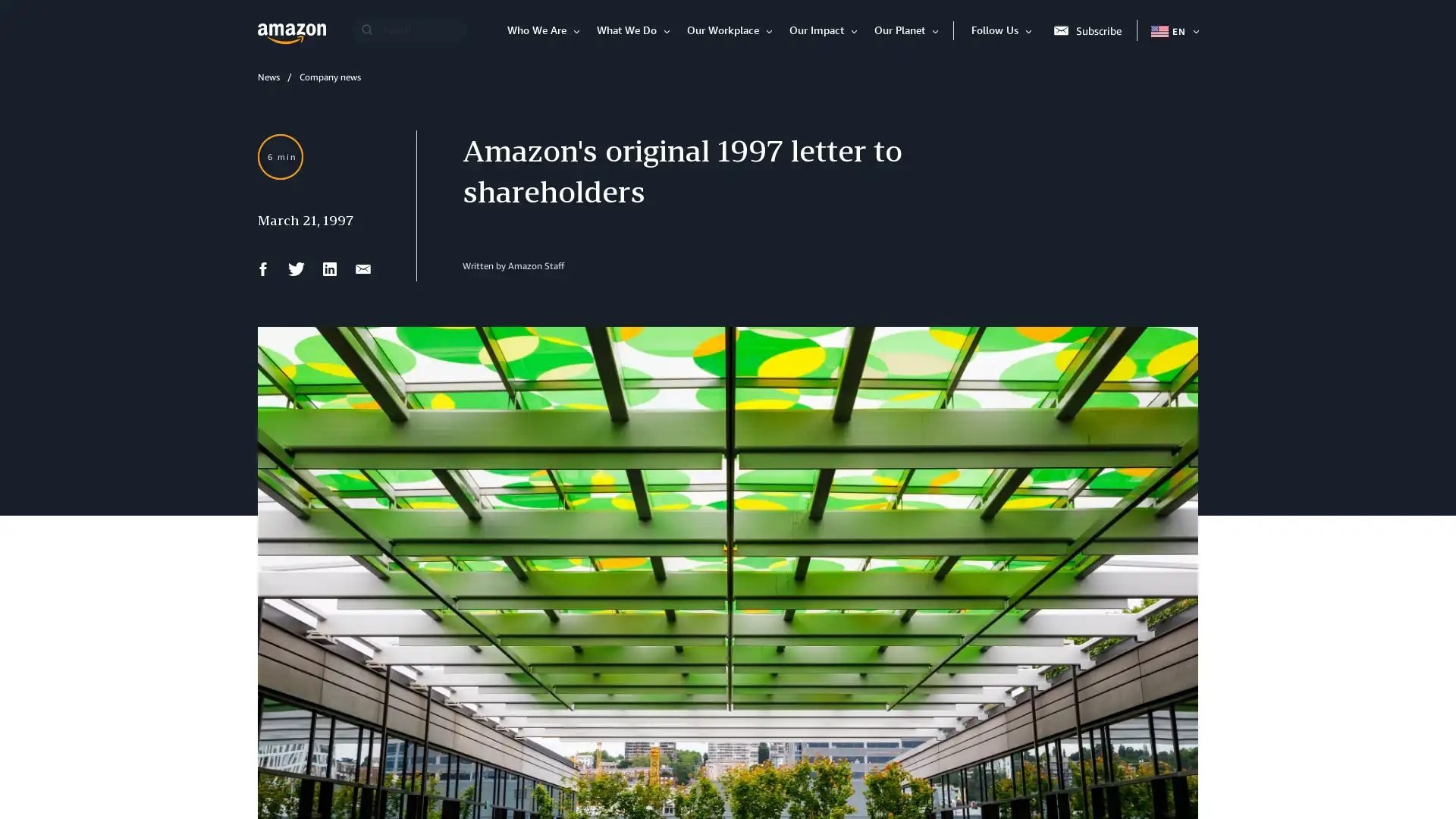 The image size is (1456, 819). What do you see at coordinates (856, 30) in the screenshot?
I see `Open Item` at bounding box center [856, 30].